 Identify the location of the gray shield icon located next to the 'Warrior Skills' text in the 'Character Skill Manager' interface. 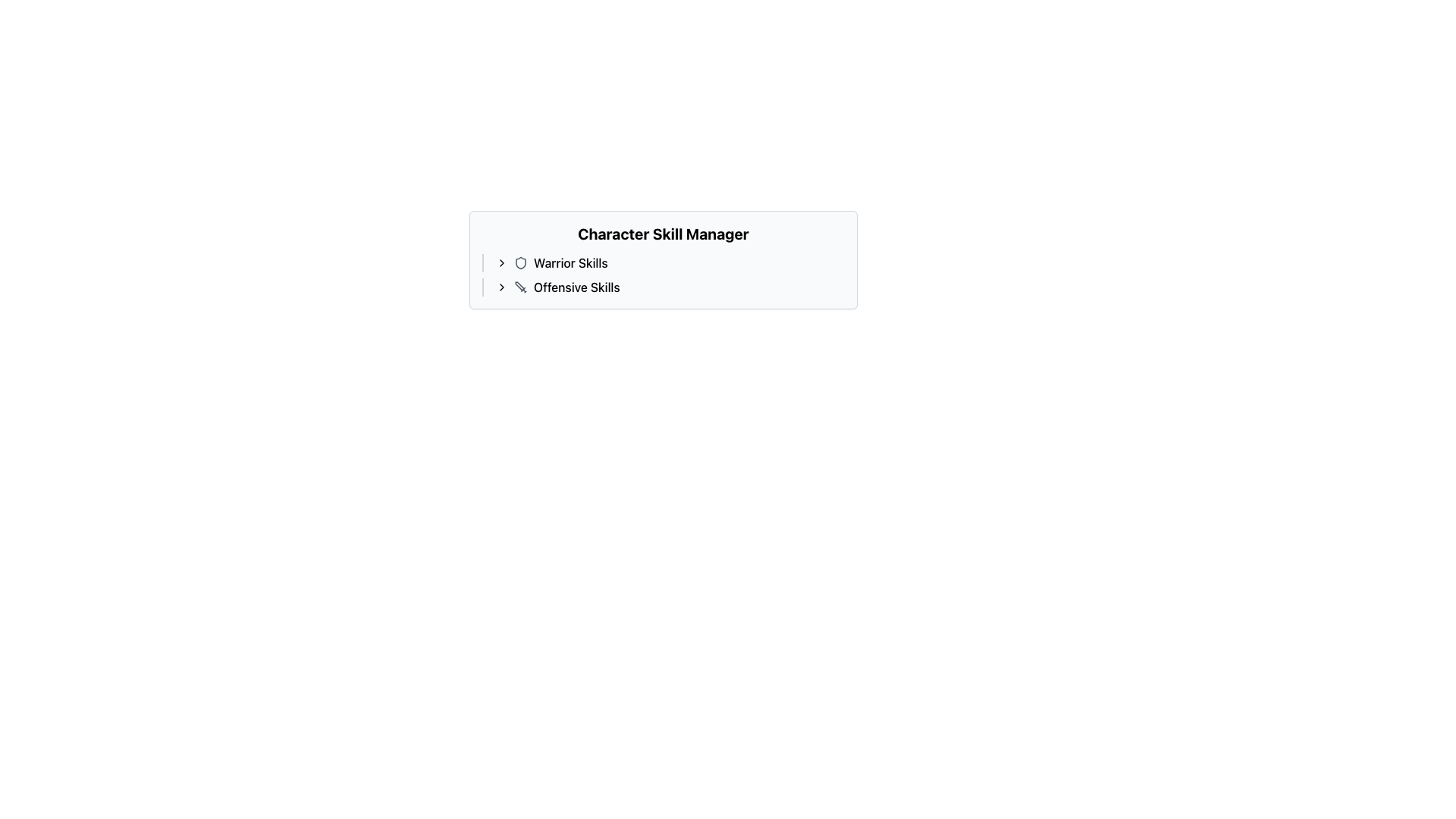
(520, 262).